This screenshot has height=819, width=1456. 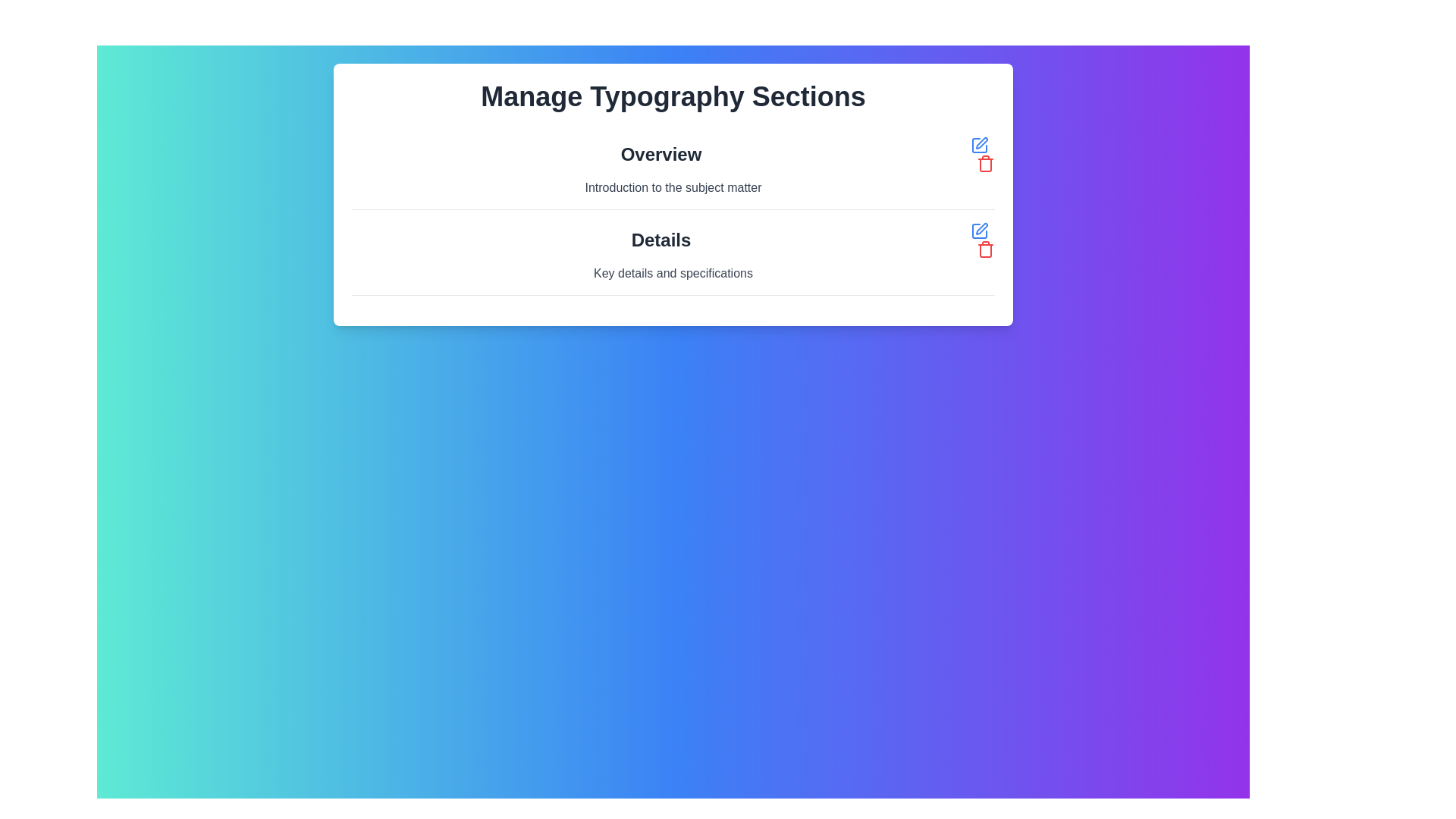 What do you see at coordinates (673, 155) in the screenshot?
I see `text of the Text Label that serves as a title or heading for the 'Overview' section, positioned above 'Introduction to the subject matter'` at bounding box center [673, 155].